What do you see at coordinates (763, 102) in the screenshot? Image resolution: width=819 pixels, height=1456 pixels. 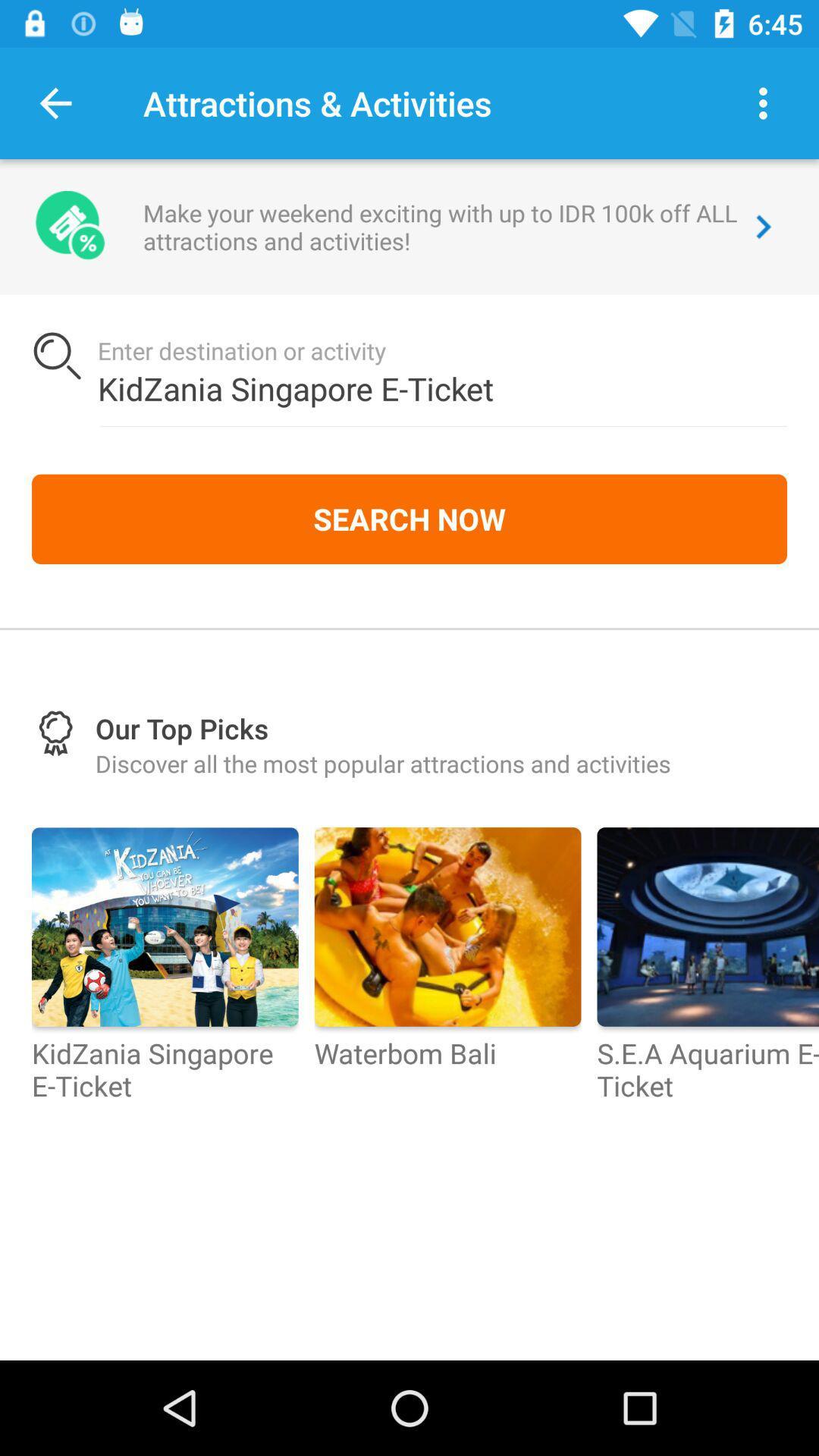 I see `click option symbol` at bounding box center [763, 102].